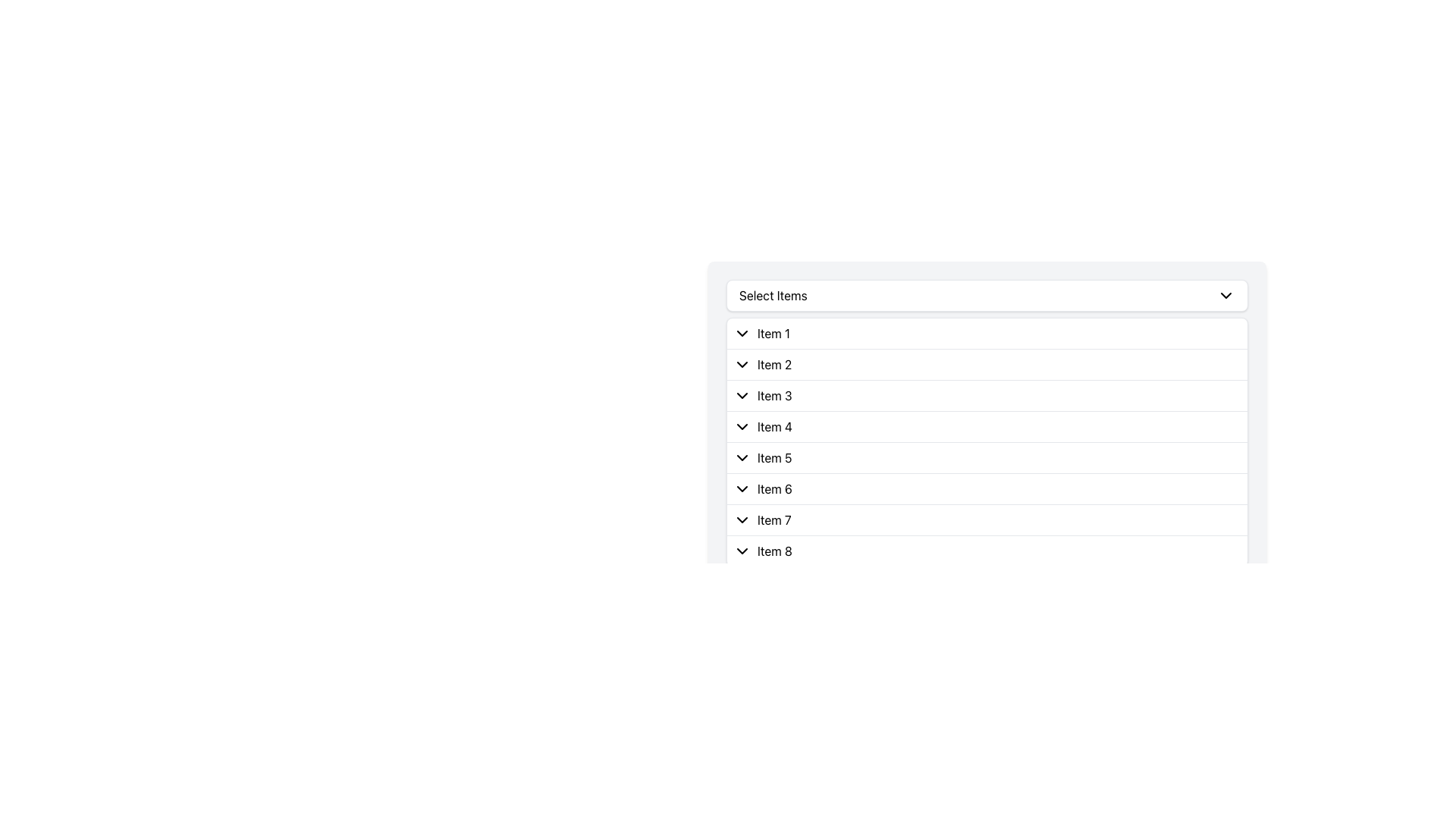 The width and height of the screenshot is (1456, 819). Describe the element at coordinates (761, 332) in the screenshot. I see `the chevron icon of the first List Item labeled 'Item 1'` at that location.